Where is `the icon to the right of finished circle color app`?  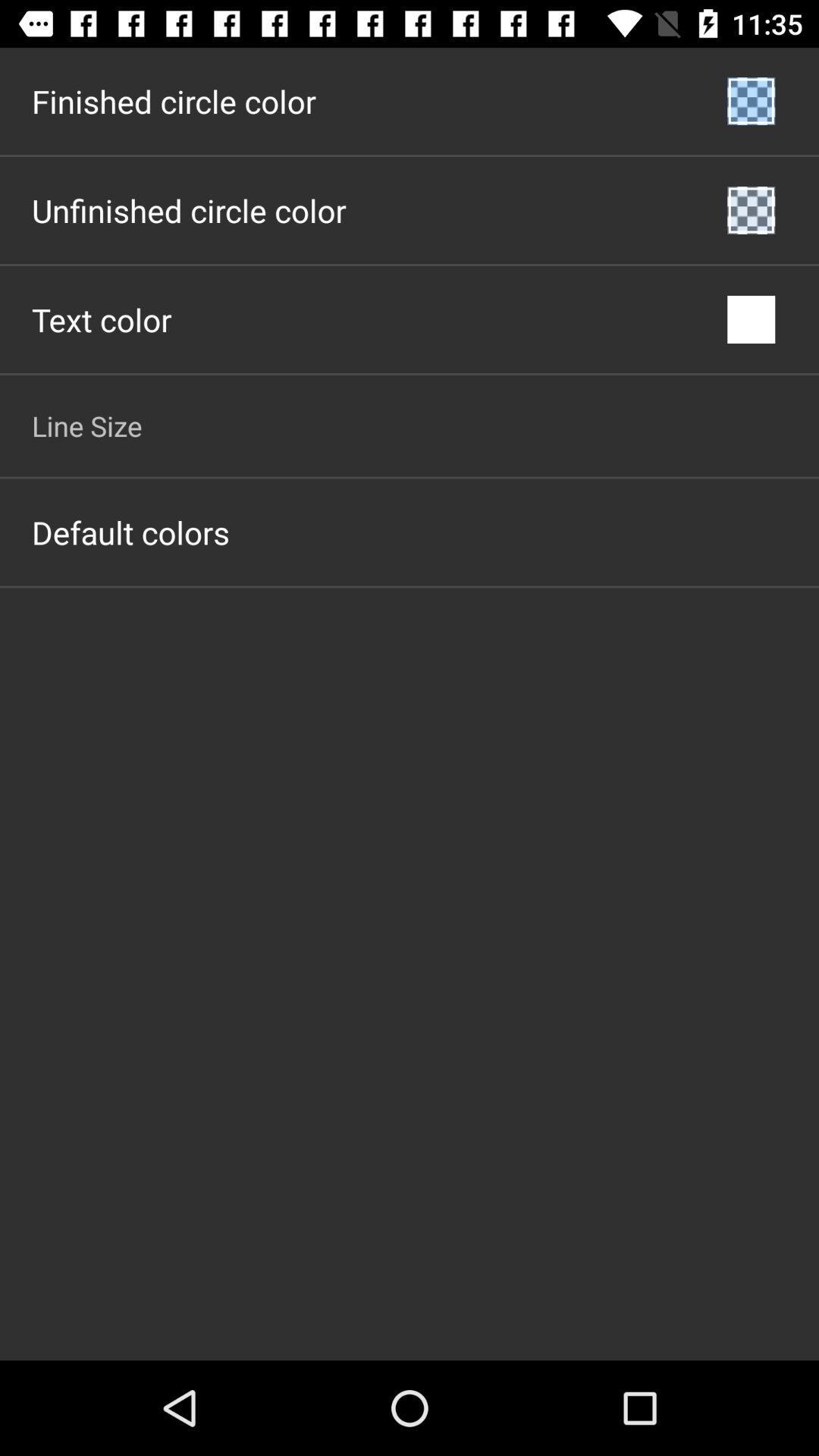 the icon to the right of finished circle color app is located at coordinates (751, 100).